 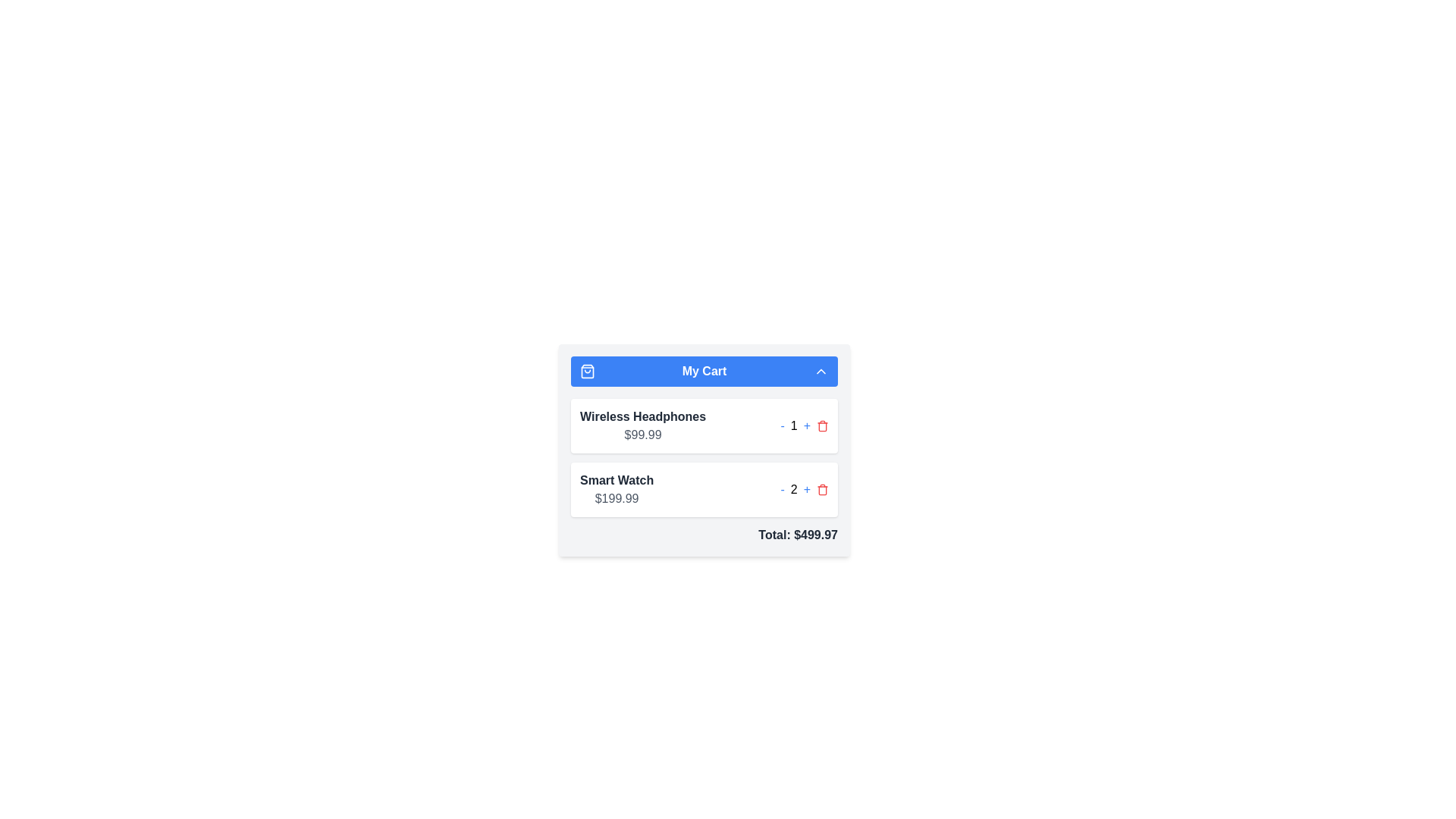 What do you see at coordinates (643, 417) in the screenshot?
I see `the Text Label displaying 'Wireless Headphones', which is located near the top-left area of the product card in the shopping cart interface` at bounding box center [643, 417].